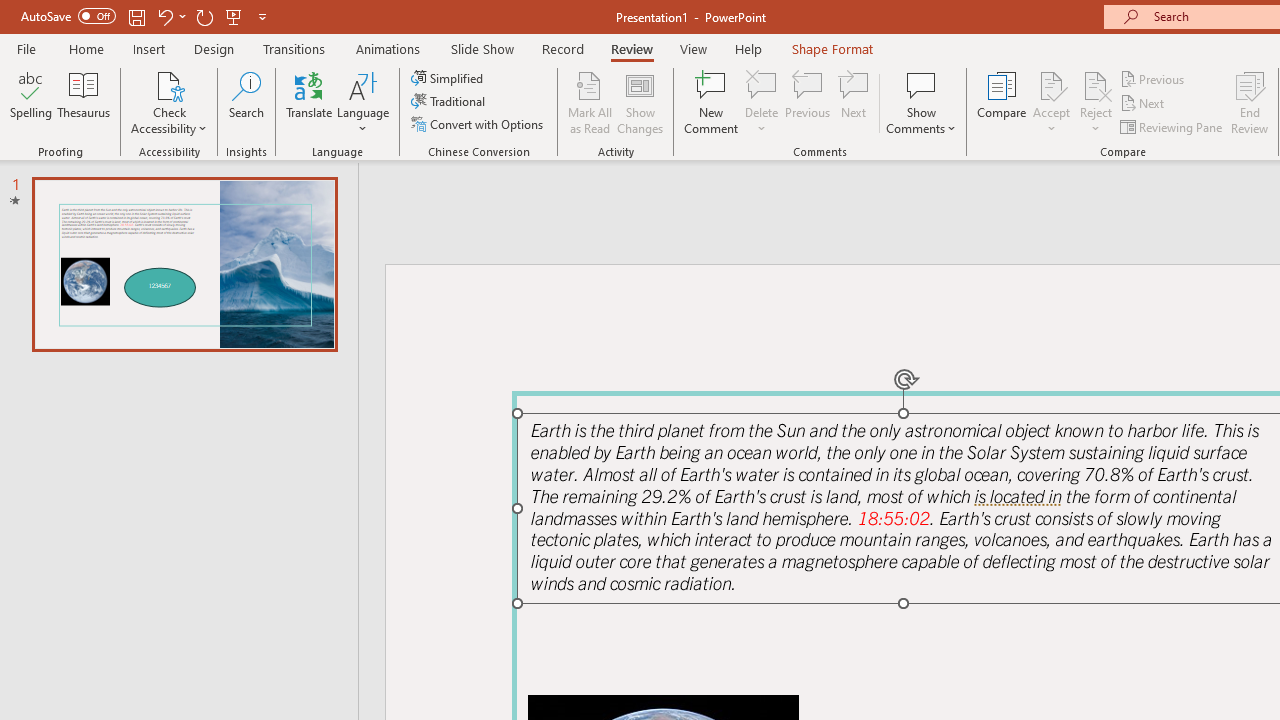  I want to click on 'Show Changes', so click(640, 103).